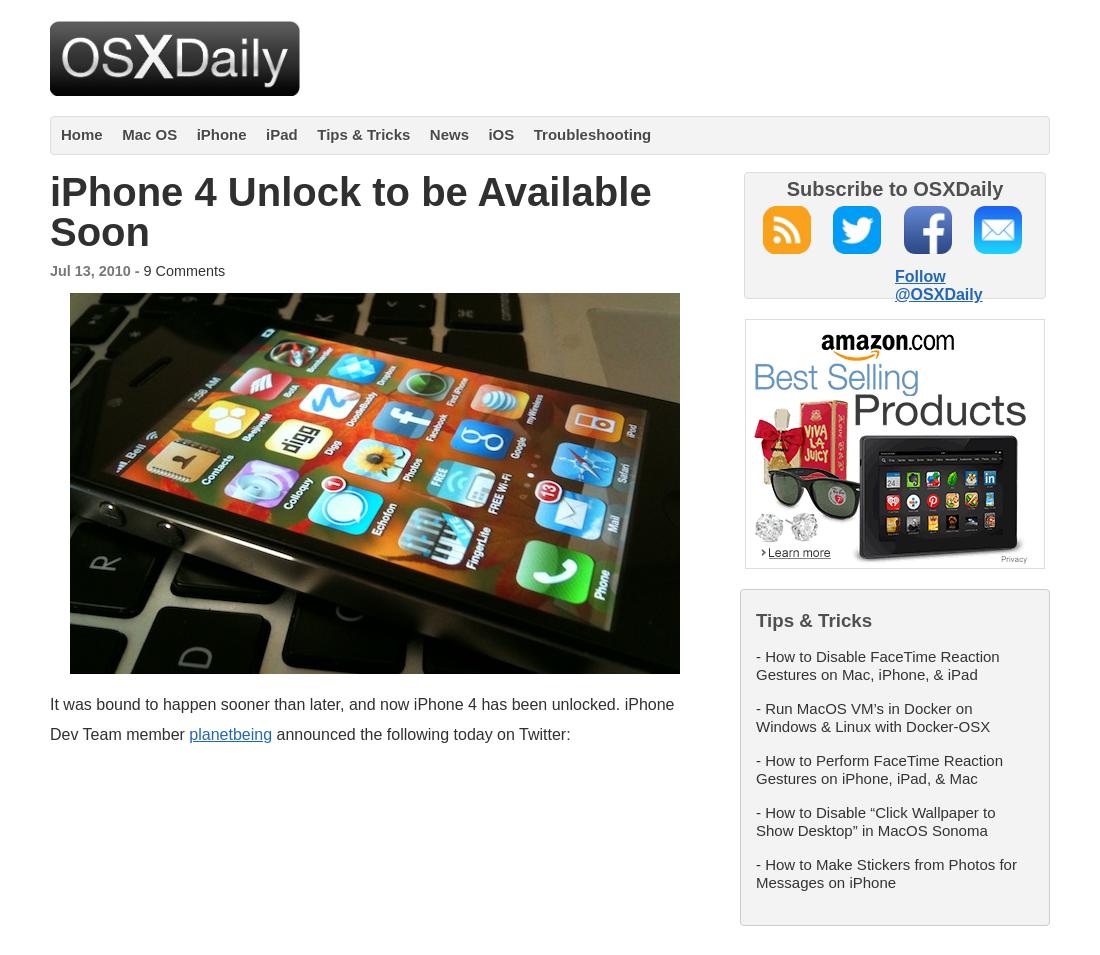 This screenshot has height=955, width=1100. Describe the element at coordinates (350, 210) in the screenshot. I see `'iPhone 4 Unlock to be Available Soon'` at that location.